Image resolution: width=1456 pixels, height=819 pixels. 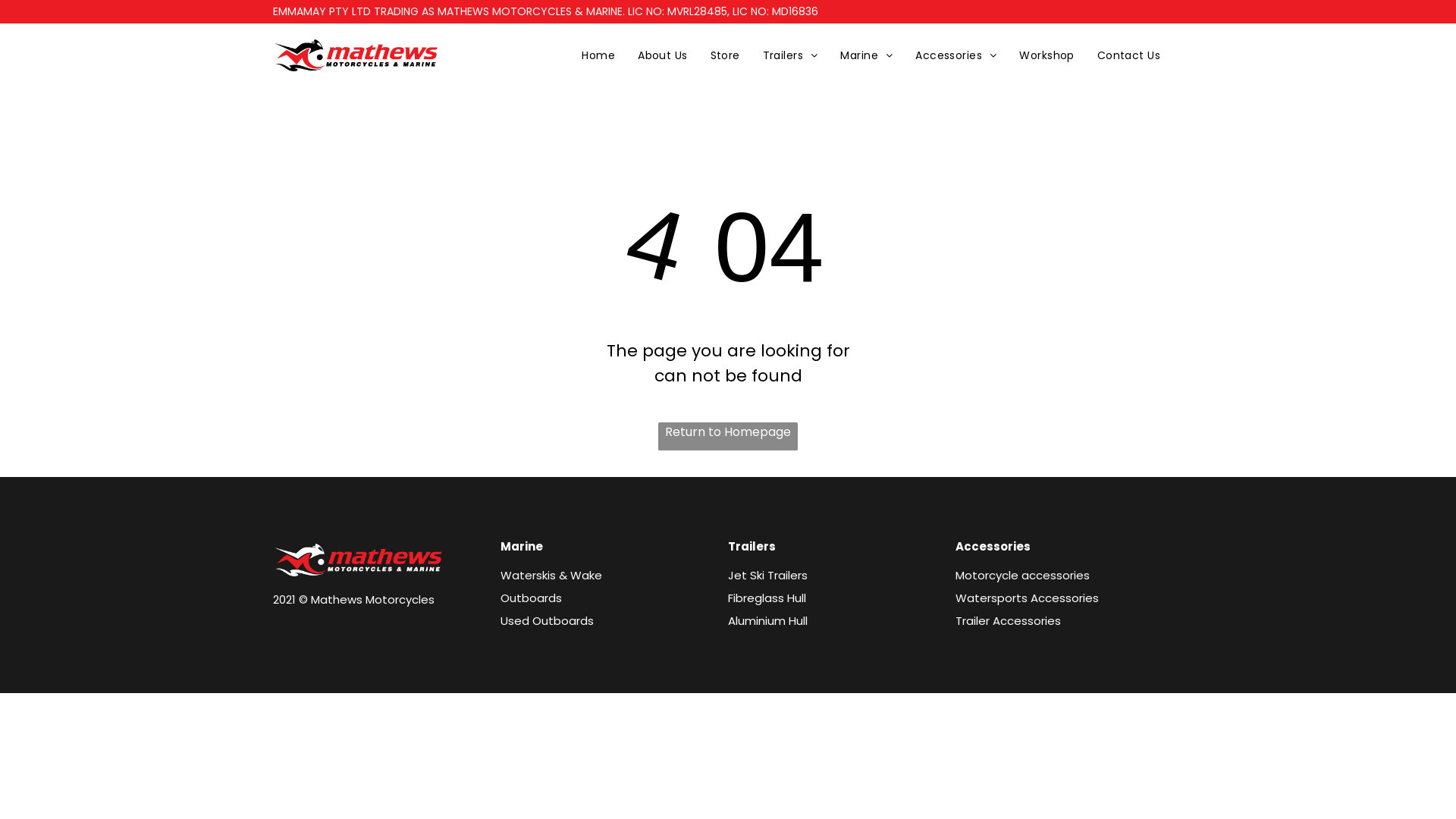 What do you see at coordinates (866, 55) in the screenshot?
I see `'Marine'` at bounding box center [866, 55].